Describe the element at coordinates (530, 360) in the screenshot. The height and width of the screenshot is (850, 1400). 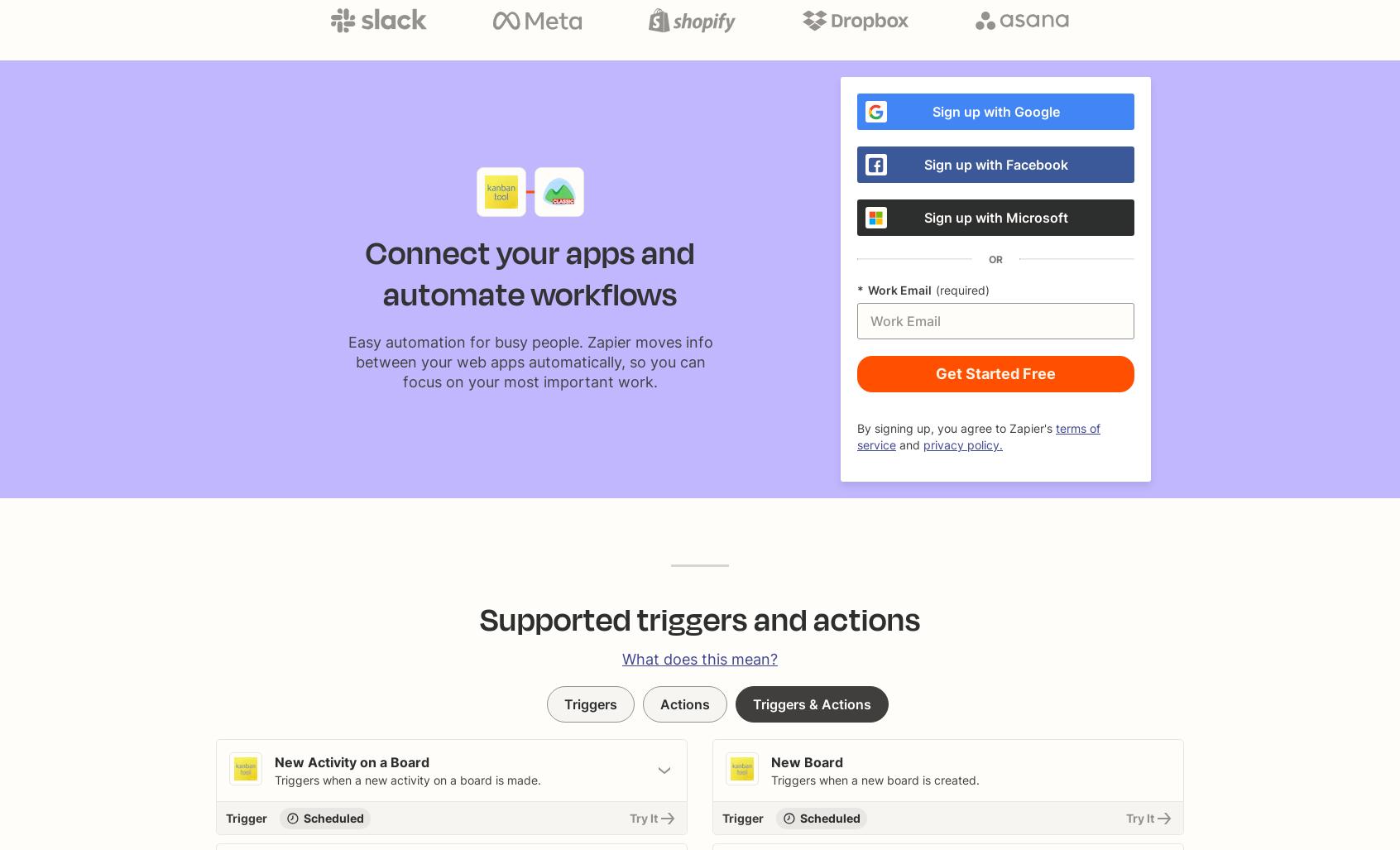
I see `'Easy automation for busy people. Zapier moves info between your web apps automatically, so you can focus on your most important work.'` at that location.